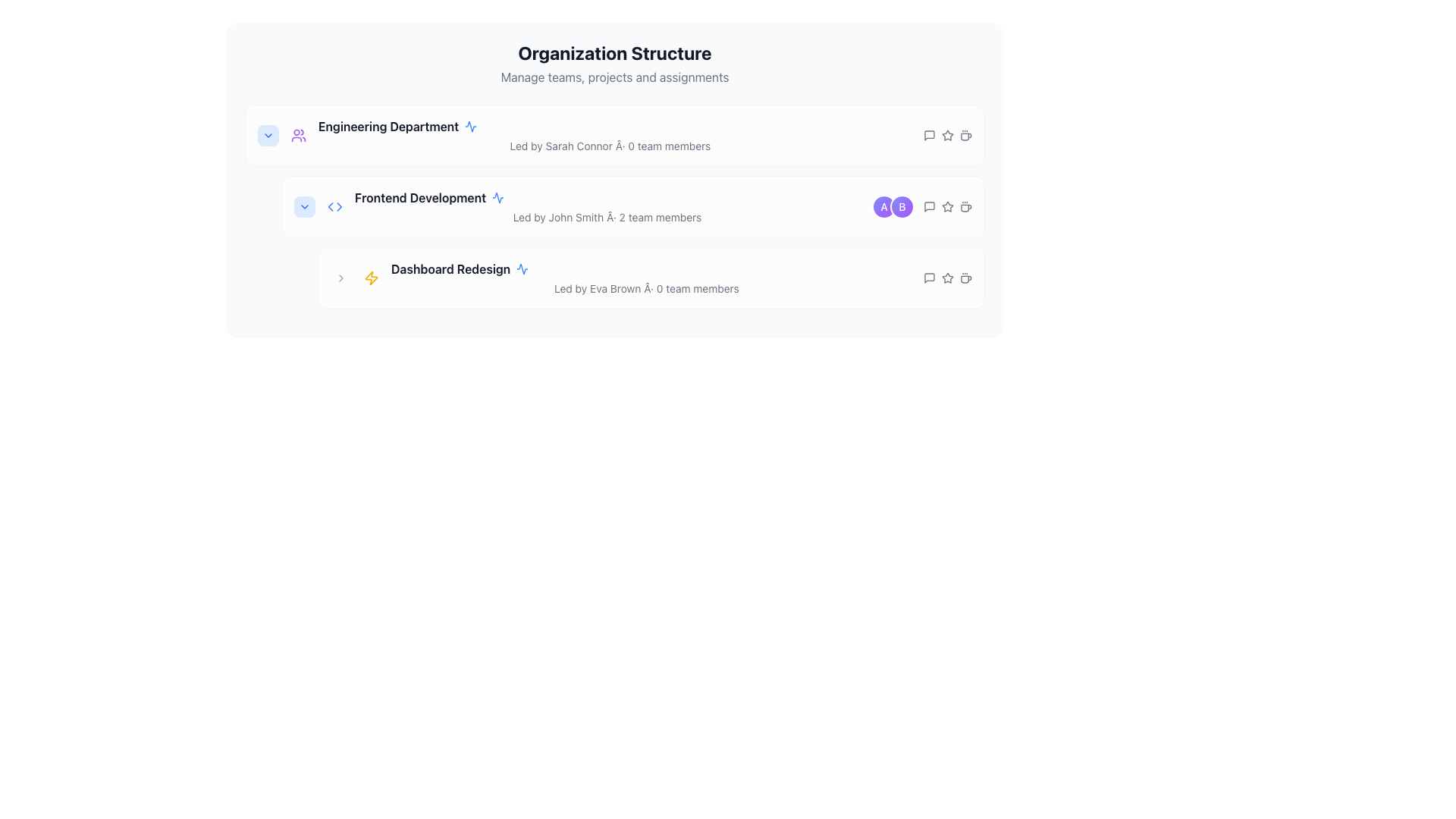 The width and height of the screenshot is (1456, 819). I want to click on the coffee icon located in the third row, far right, next to action buttons like the star or chat icon, so click(965, 279).